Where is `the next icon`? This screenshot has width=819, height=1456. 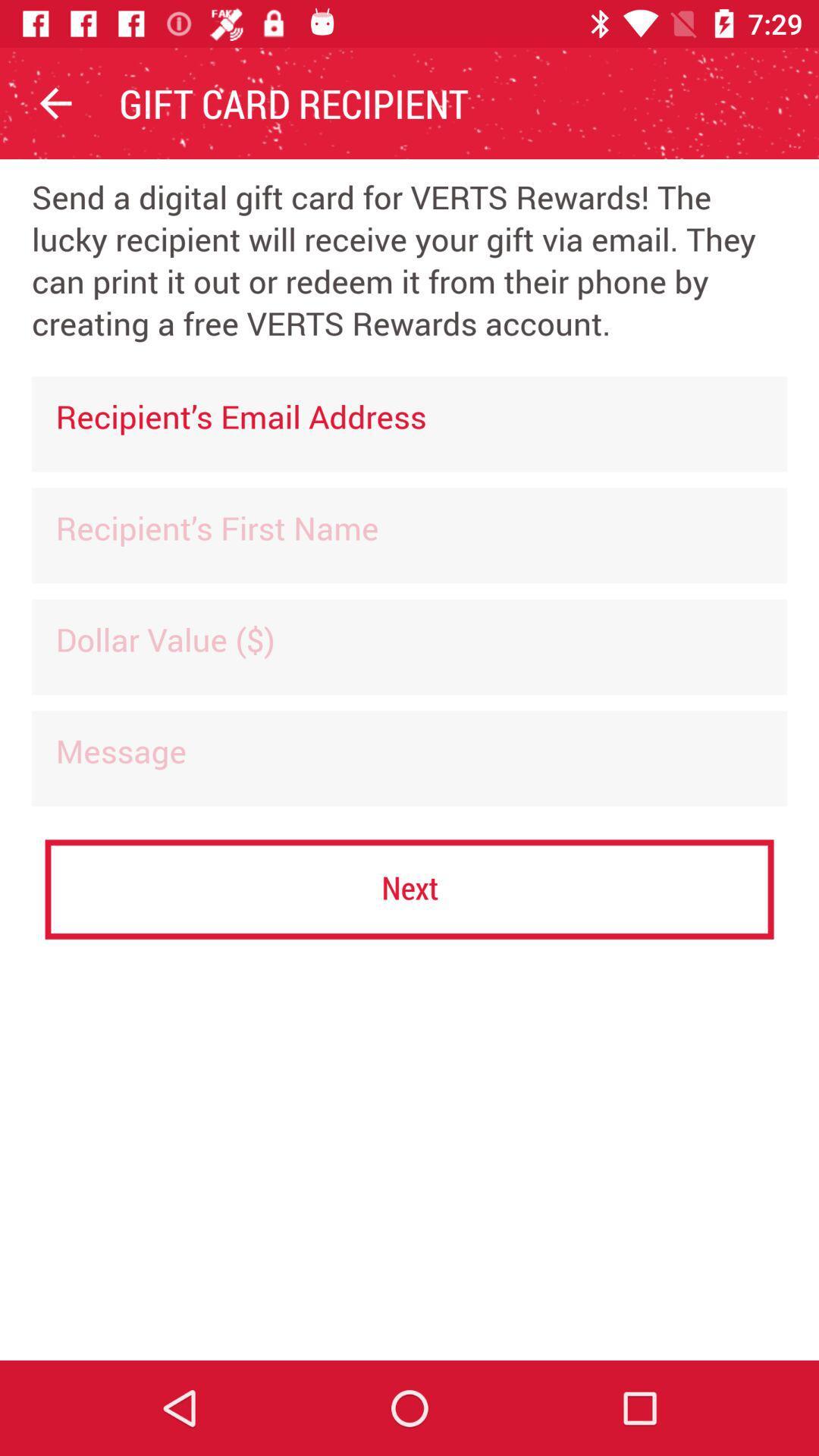
the next icon is located at coordinates (409, 889).